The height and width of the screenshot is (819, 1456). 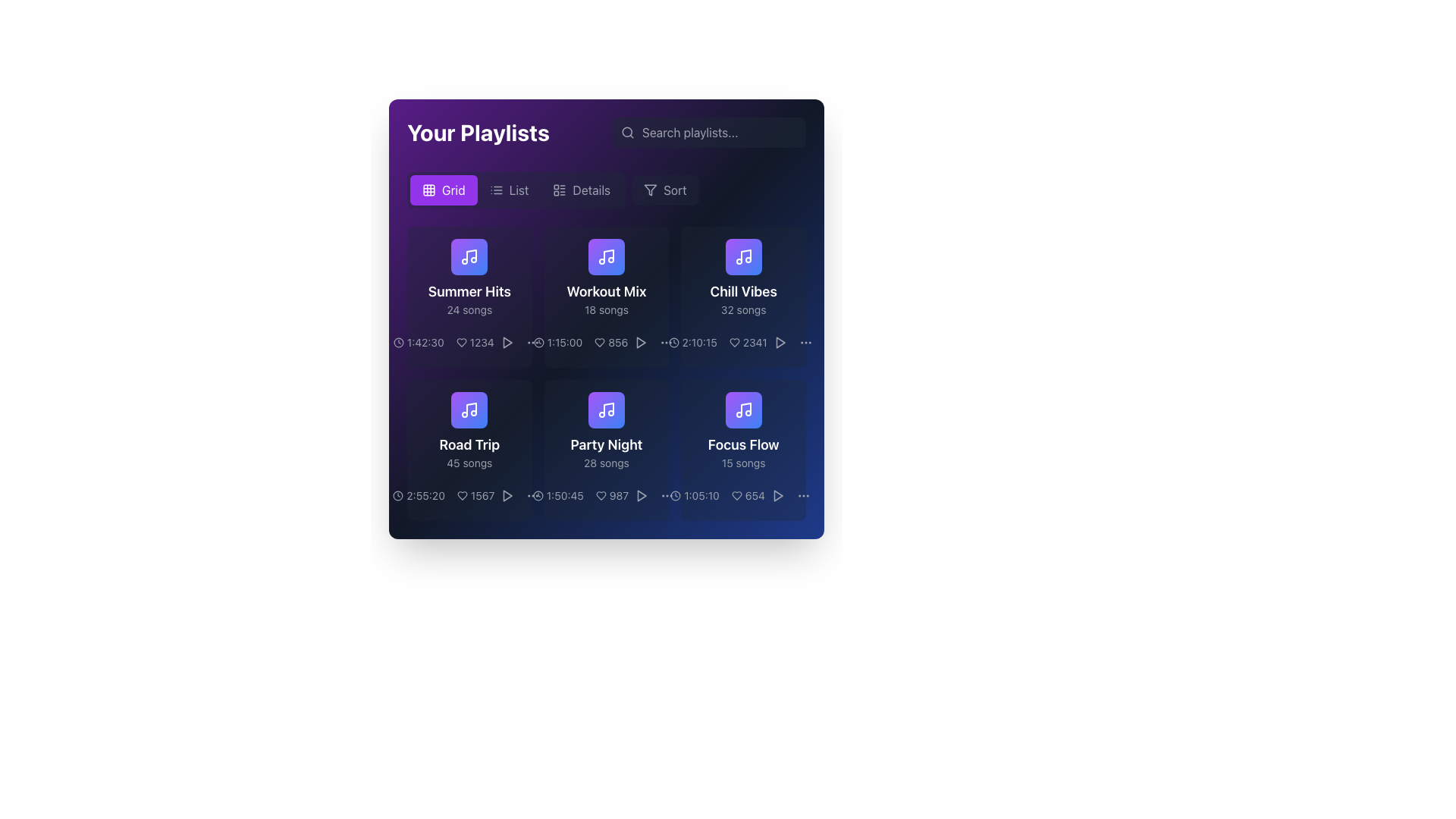 I want to click on the third button in the bottom-right corner of the 'Focus Flow' playlist card, so click(x=667, y=496).